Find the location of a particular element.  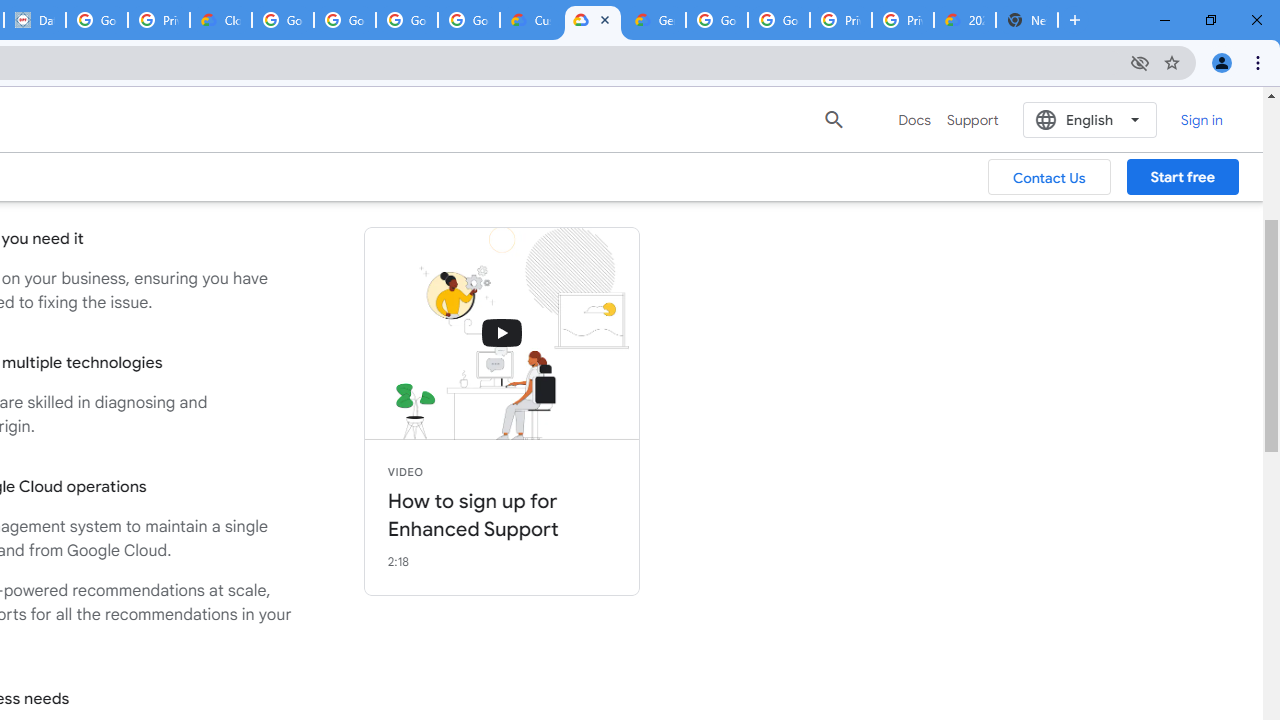

'Start free' is located at coordinates (1182, 176).